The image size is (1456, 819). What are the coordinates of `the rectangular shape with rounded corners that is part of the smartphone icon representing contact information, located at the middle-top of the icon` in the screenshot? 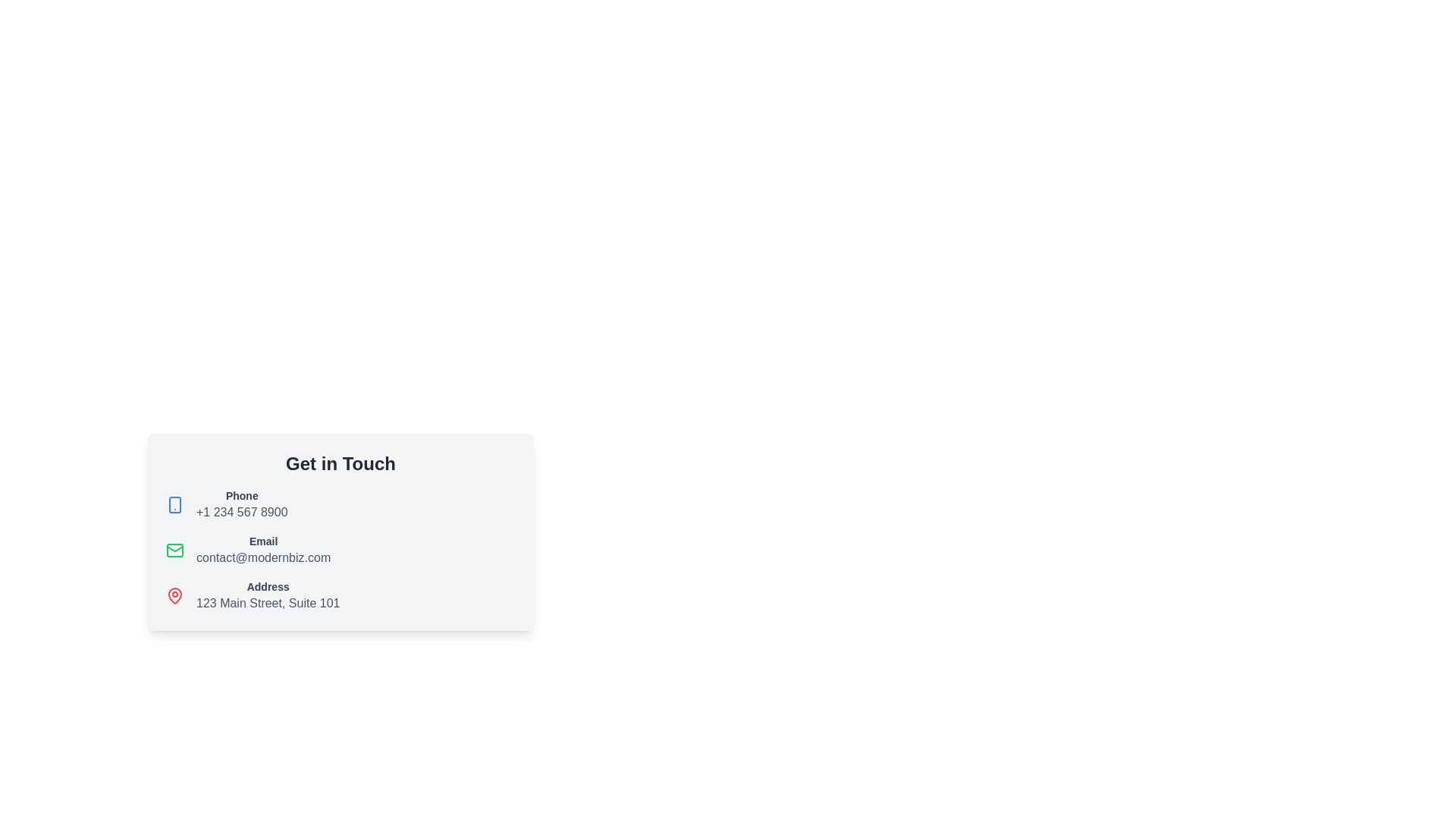 It's located at (174, 505).